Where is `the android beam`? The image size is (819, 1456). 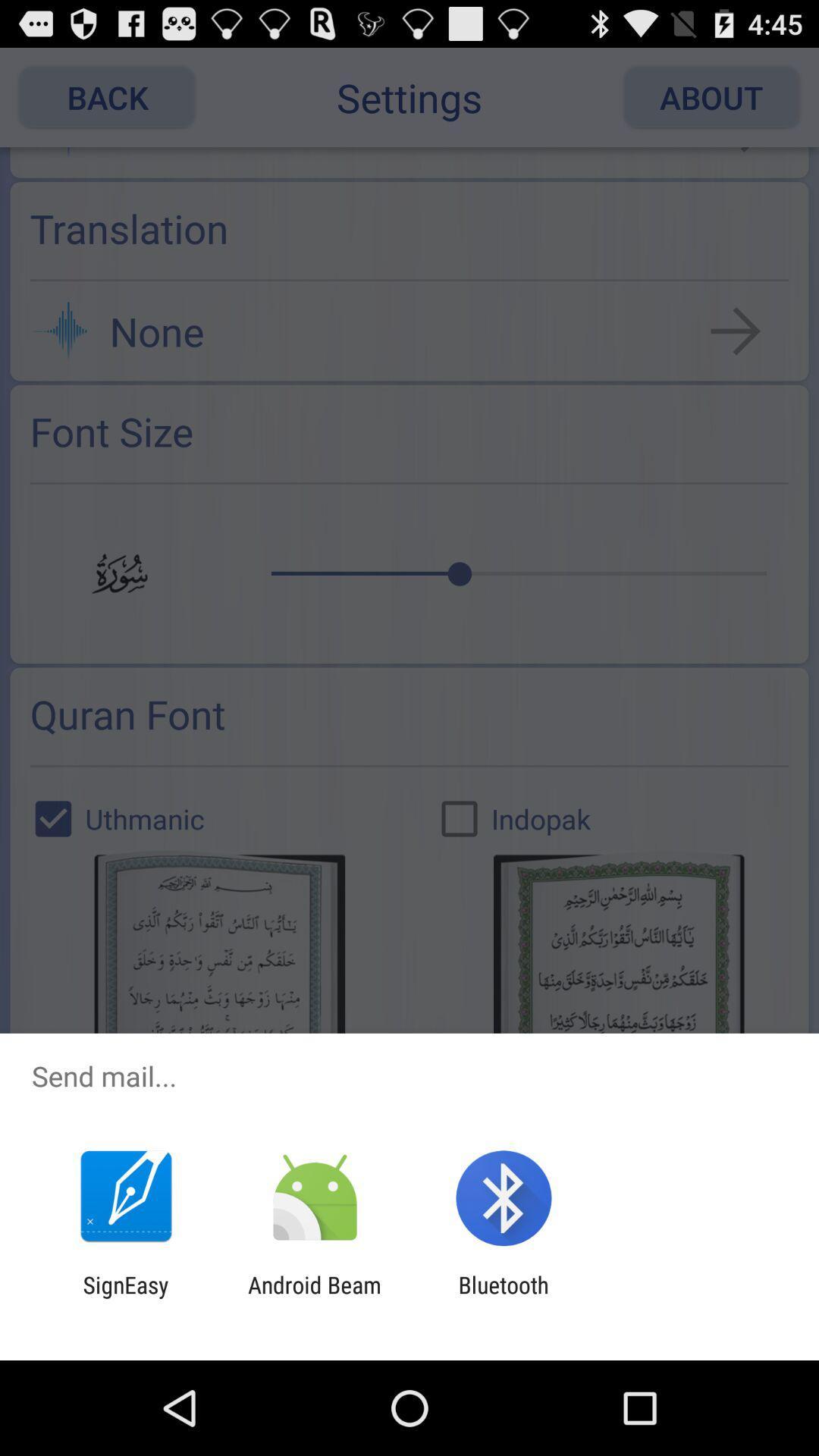 the android beam is located at coordinates (314, 1298).